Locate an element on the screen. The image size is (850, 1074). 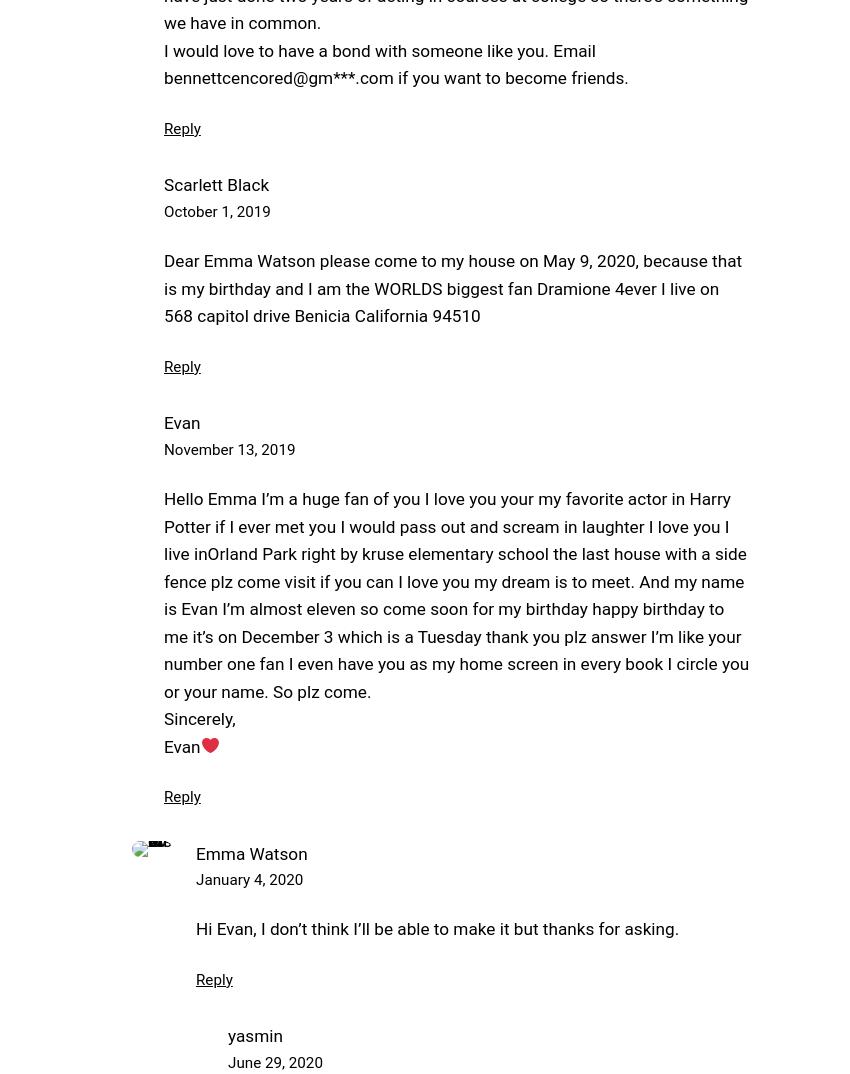
'Hello Emma I’m a huge fan of you I love you your my favorite actor in Harry Potter if I ever met you I would pass out and scream in laughter I love you I live inOrland Park right by kruse elementary school the last house with a side fence plz come visit if you can I love you my dream is to meet. And my name is Evan I’m almost eleven so come soon for my birthday happy birthday to me it’s on December 3 which is a Tuesday thank you plz answer I’m like your number one fan I even have you as my home screen in every book I circle you or your name. So plz come.' is located at coordinates (455, 594).